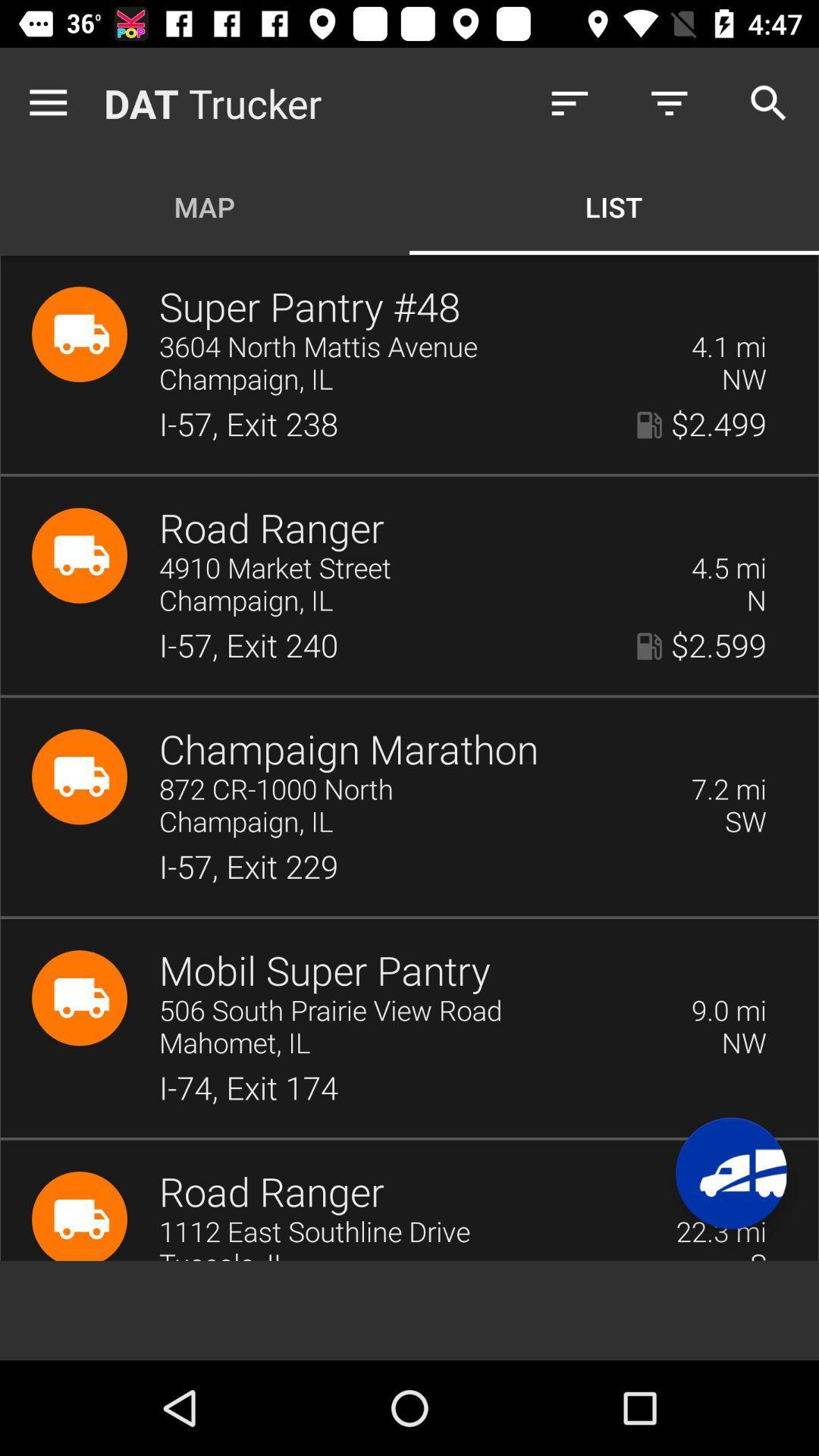 This screenshot has height=1456, width=819. What do you see at coordinates (349, 750) in the screenshot?
I see `champaign marathon` at bounding box center [349, 750].